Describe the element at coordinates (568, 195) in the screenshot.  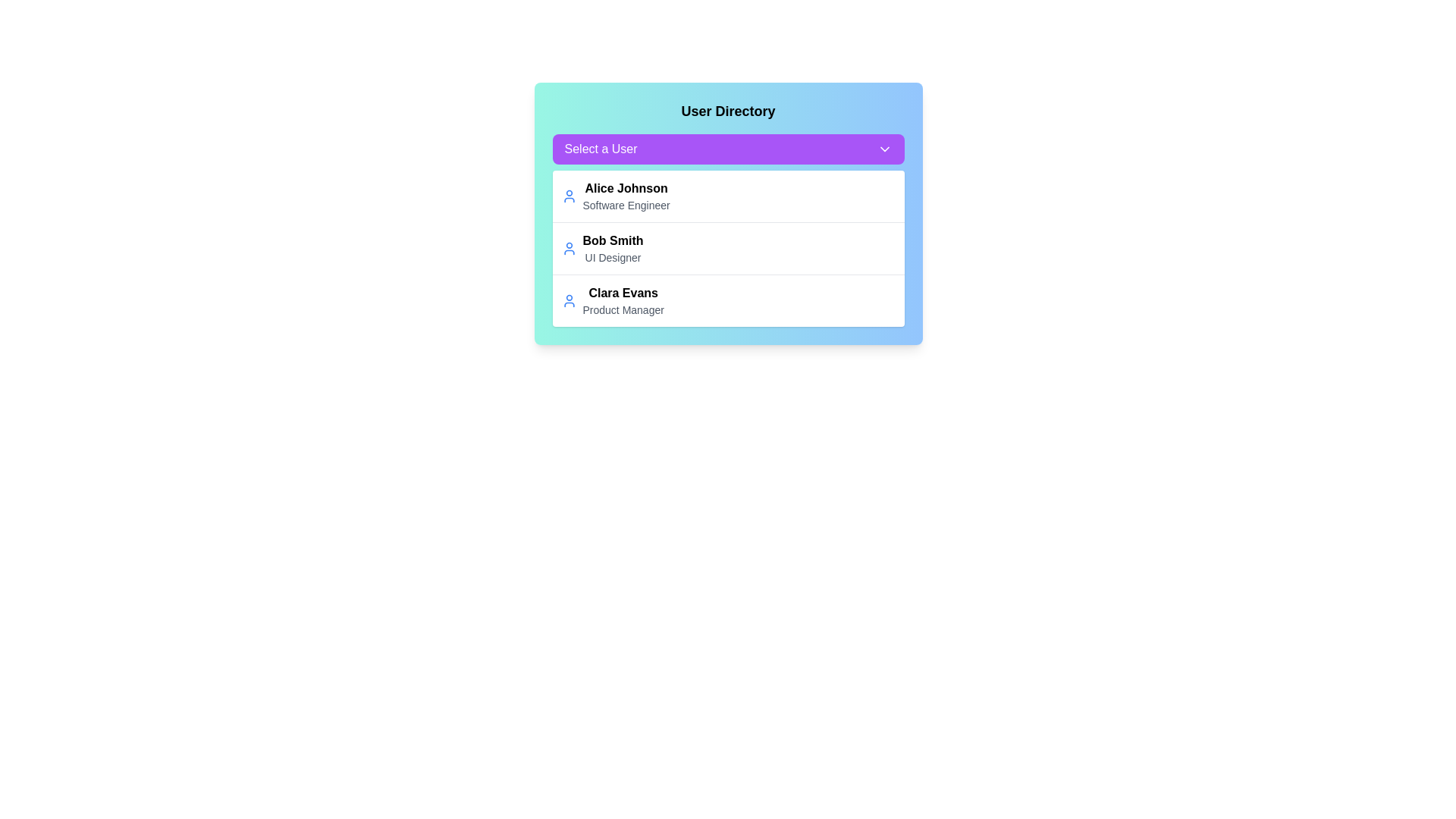
I see `the user icon representing 'Alice Johnson' located at the far left of her entry in the user directory` at that location.